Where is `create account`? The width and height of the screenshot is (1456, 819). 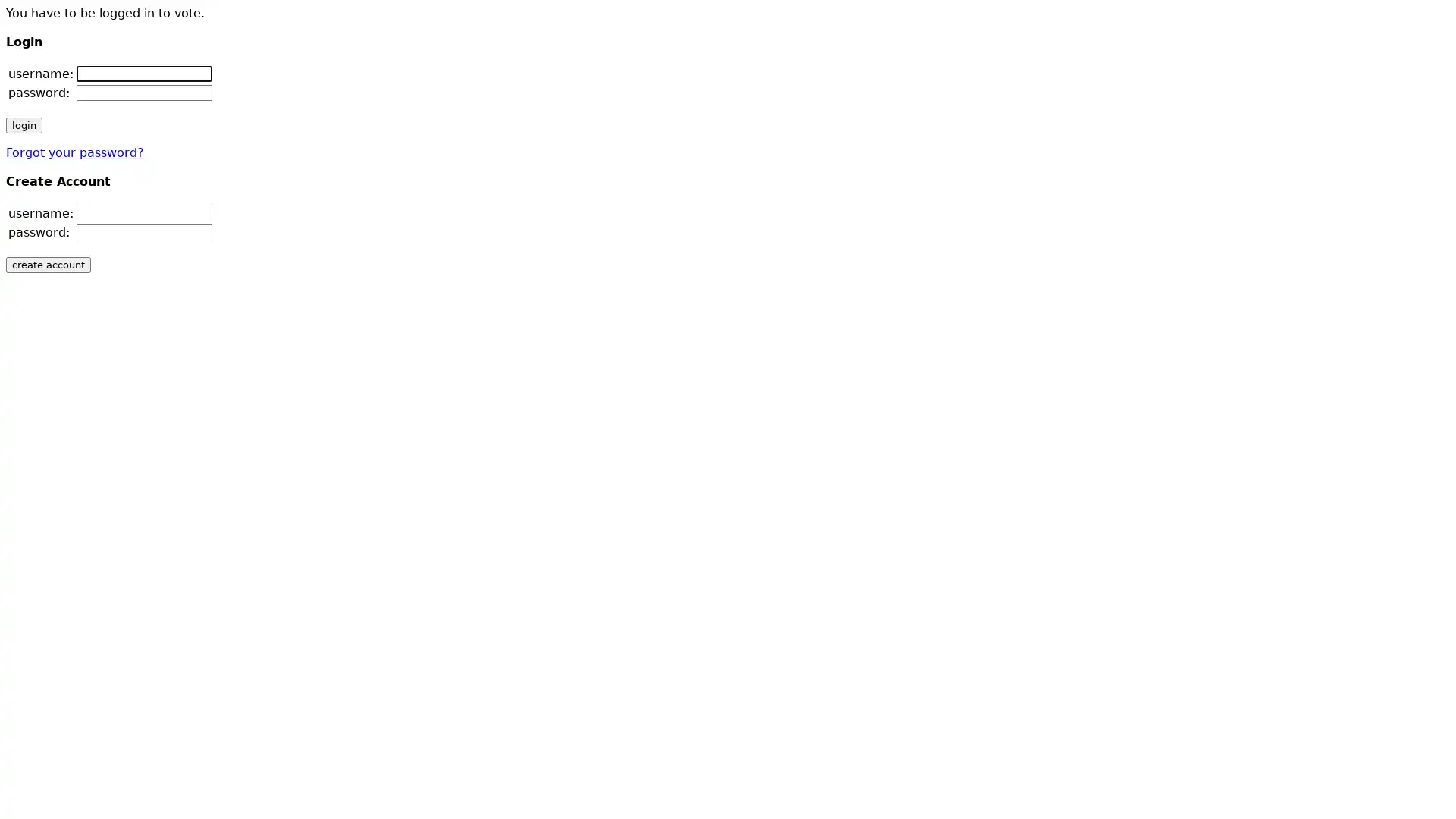 create account is located at coordinates (48, 264).